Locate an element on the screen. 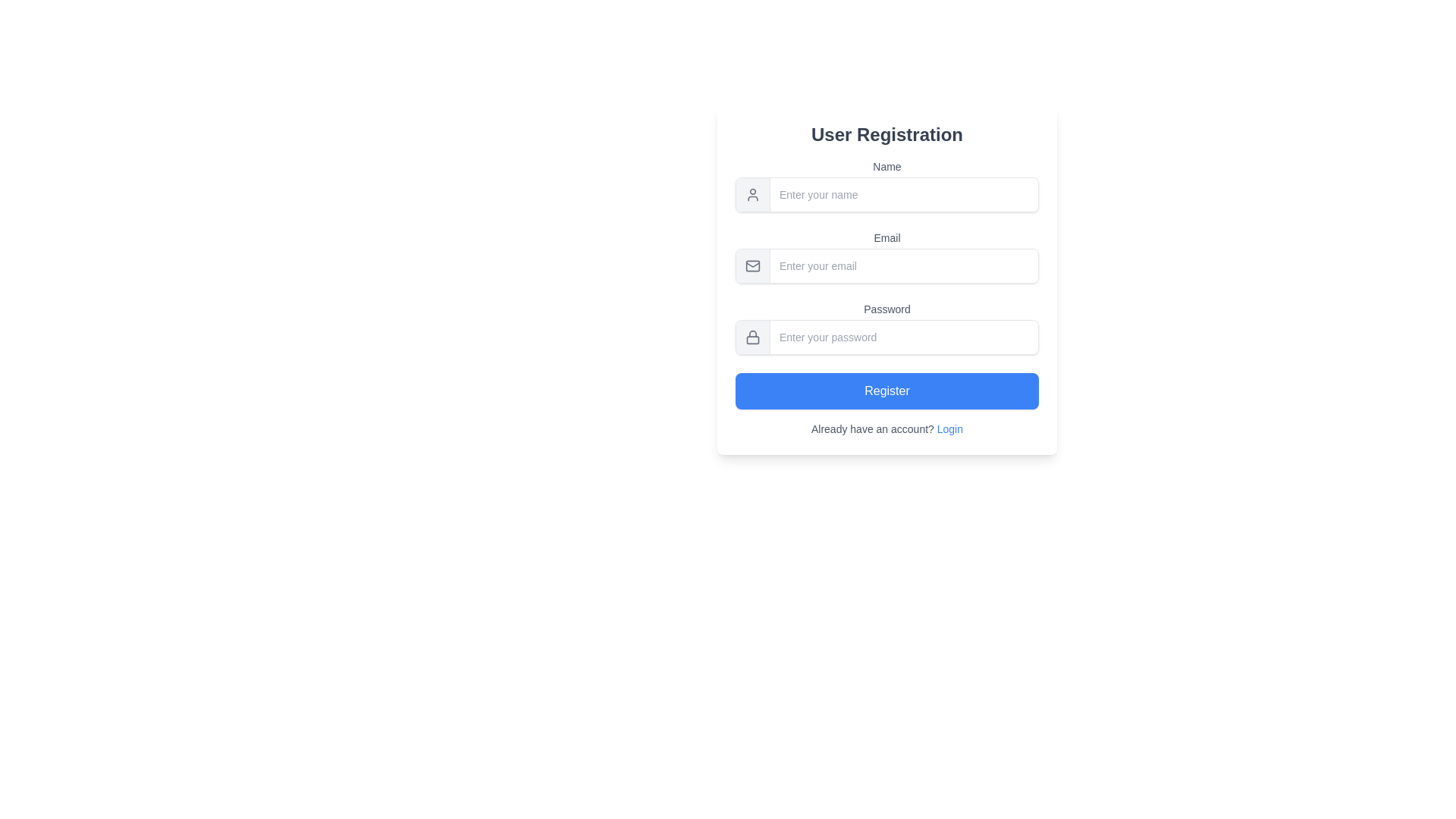 The image size is (1456, 819). the Password input field, which is the third input field in the user registration form is located at coordinates (887, 327).